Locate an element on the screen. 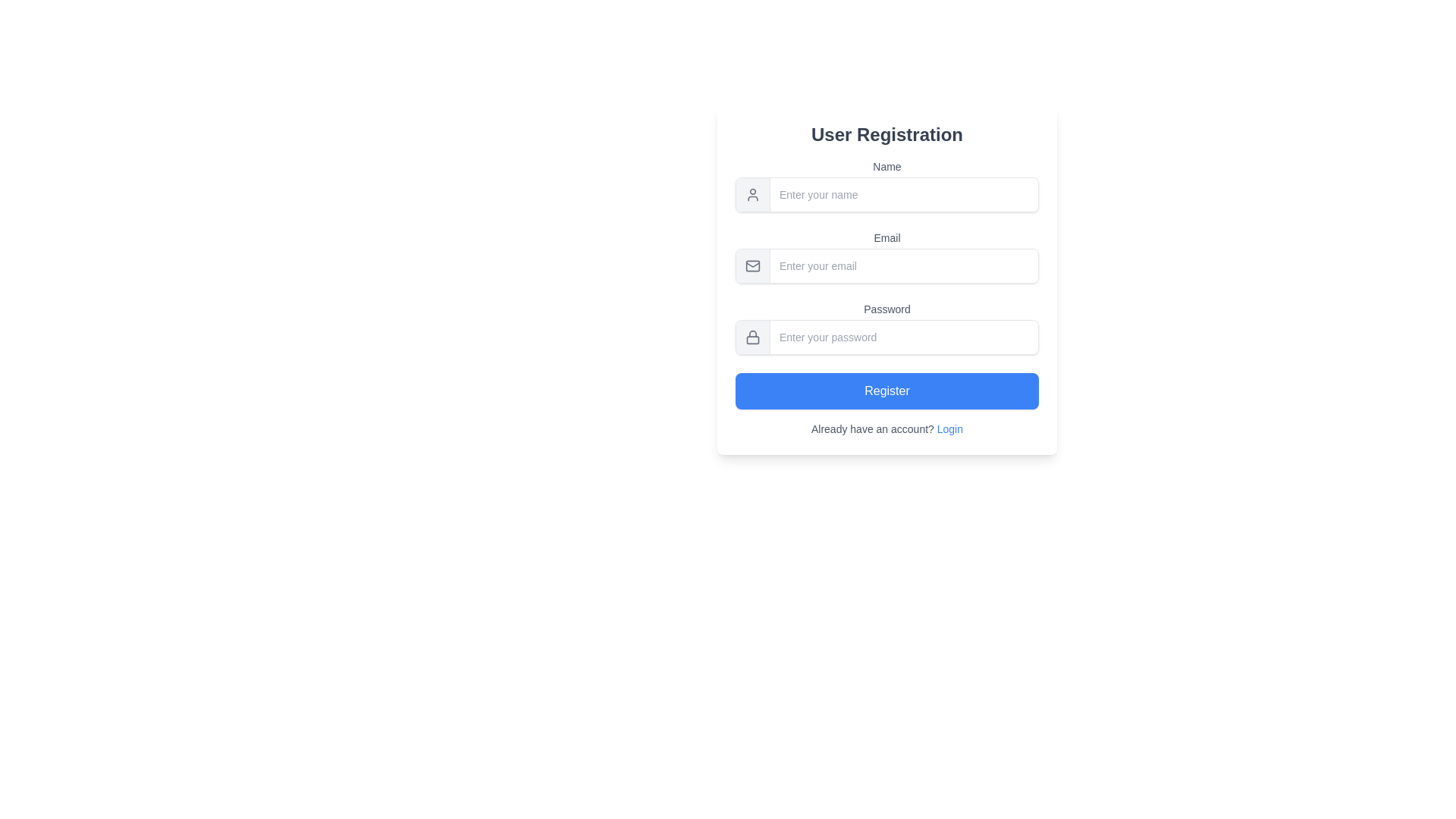 The image size is (1456, 819). the Password input field, which is the third input field in the user registration form is located at coordinates (887, 327).